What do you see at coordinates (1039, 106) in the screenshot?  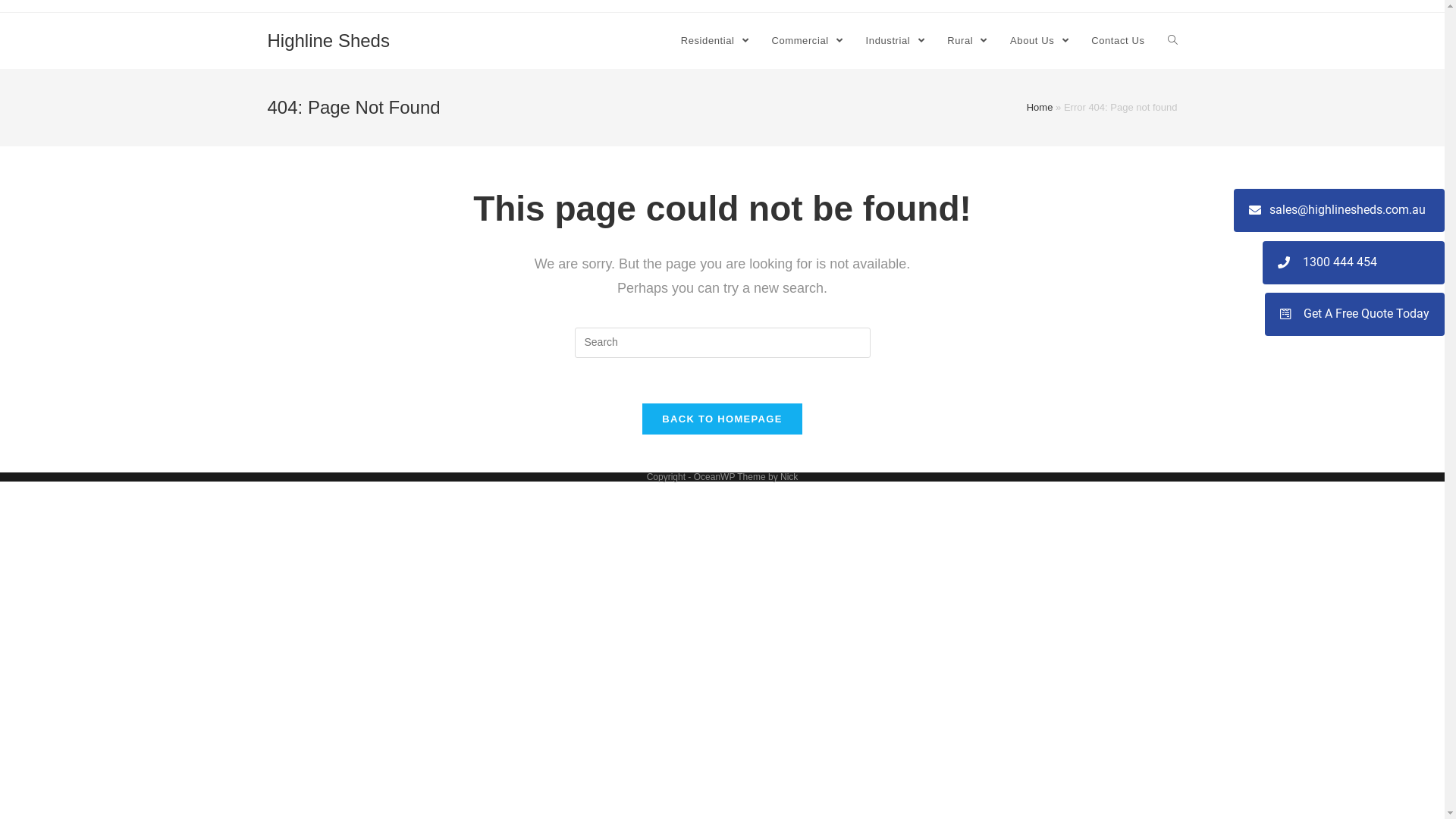 I see `'Home'` at bounding box center [1039, 106].